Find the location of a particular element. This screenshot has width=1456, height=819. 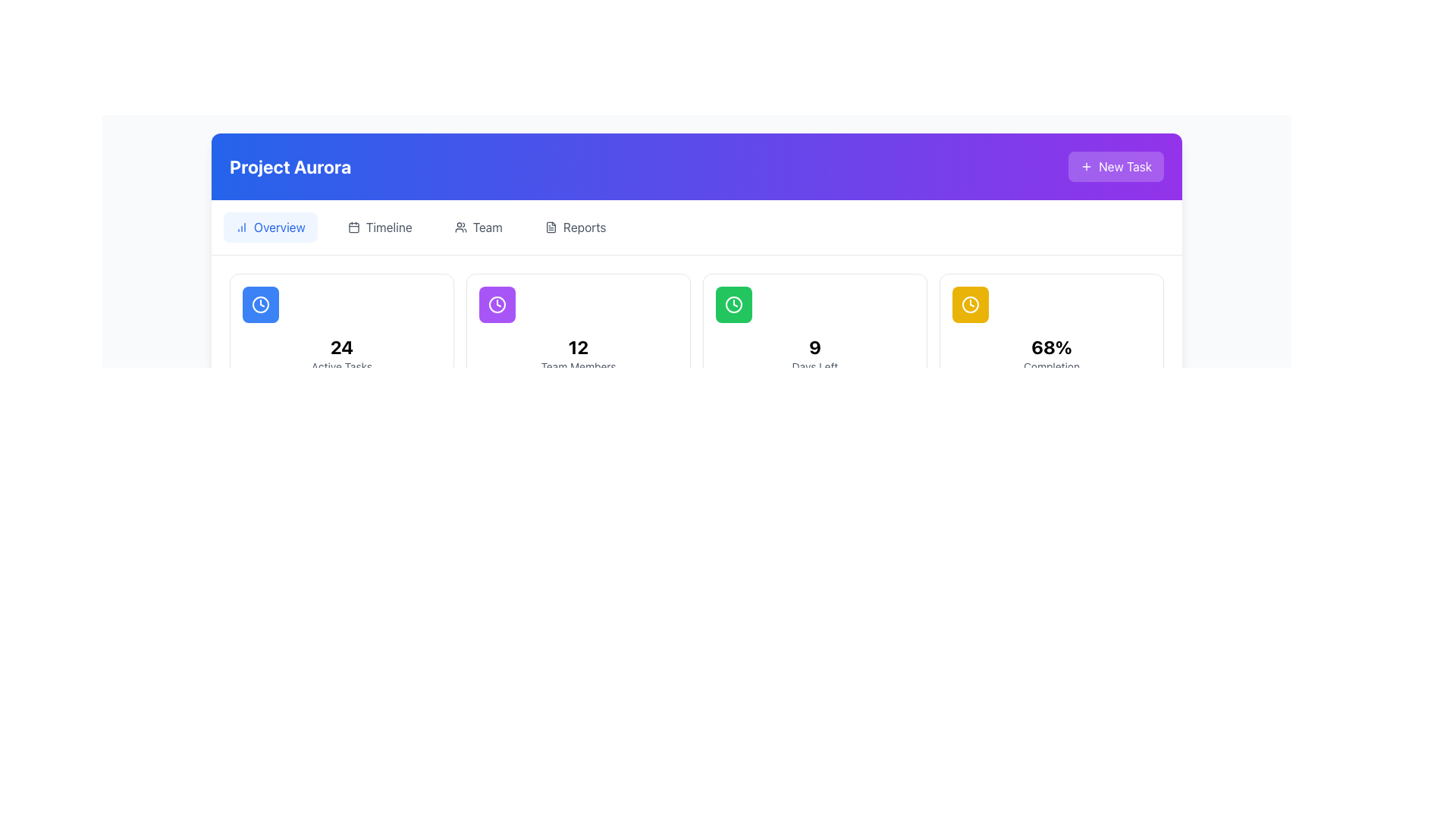

the clock icon, which is styled with a circular outline and two hands, located on a green rounded rectangular background in the third card of a dashboard interface is located at coordinates (734, 304).